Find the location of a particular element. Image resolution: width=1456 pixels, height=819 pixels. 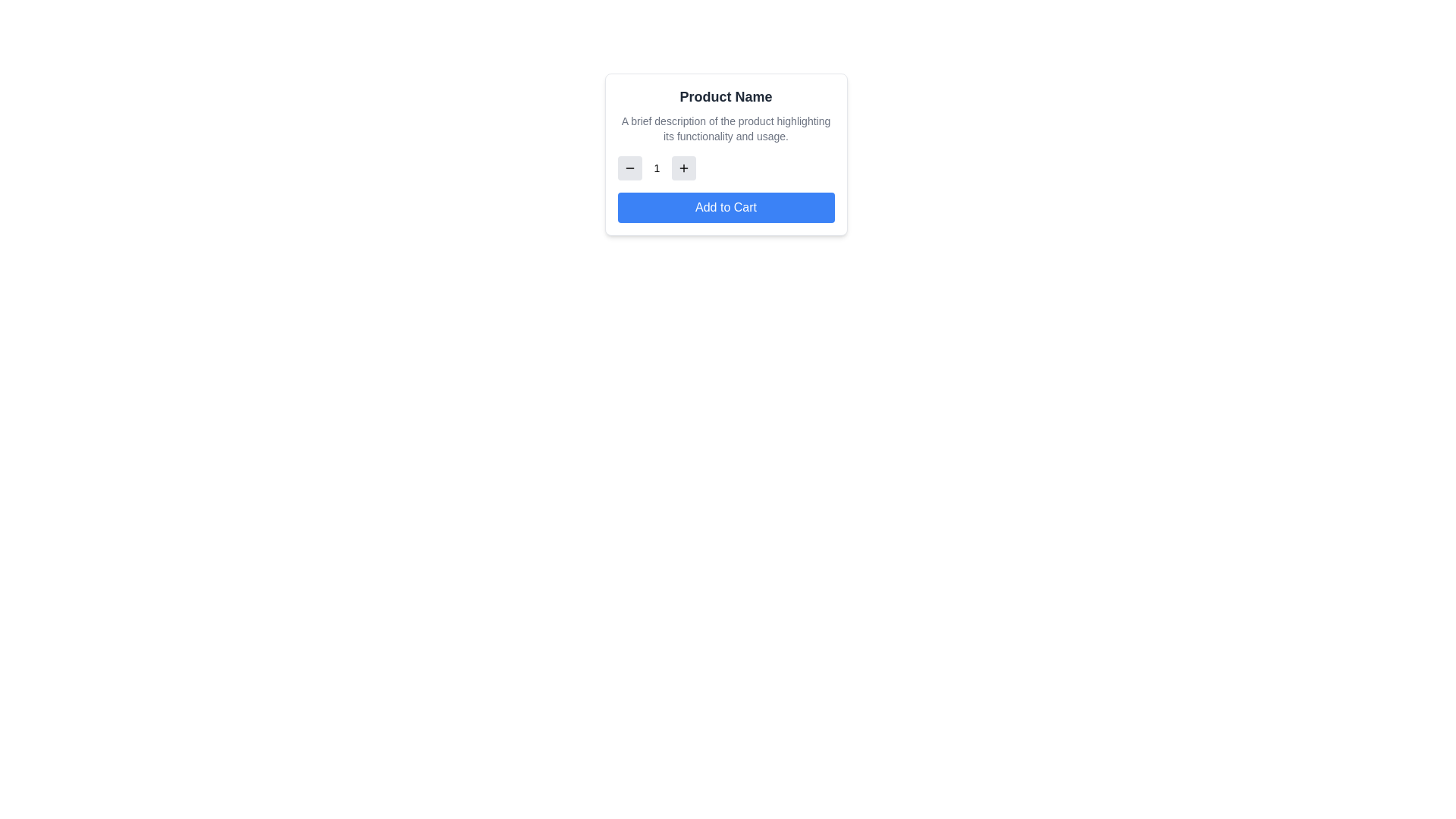

the text content that provides a brief description of the product, located below the title 'Product Name' and above the quantity selector and 'Add to Cart' button is located at coordinates (725, 127).